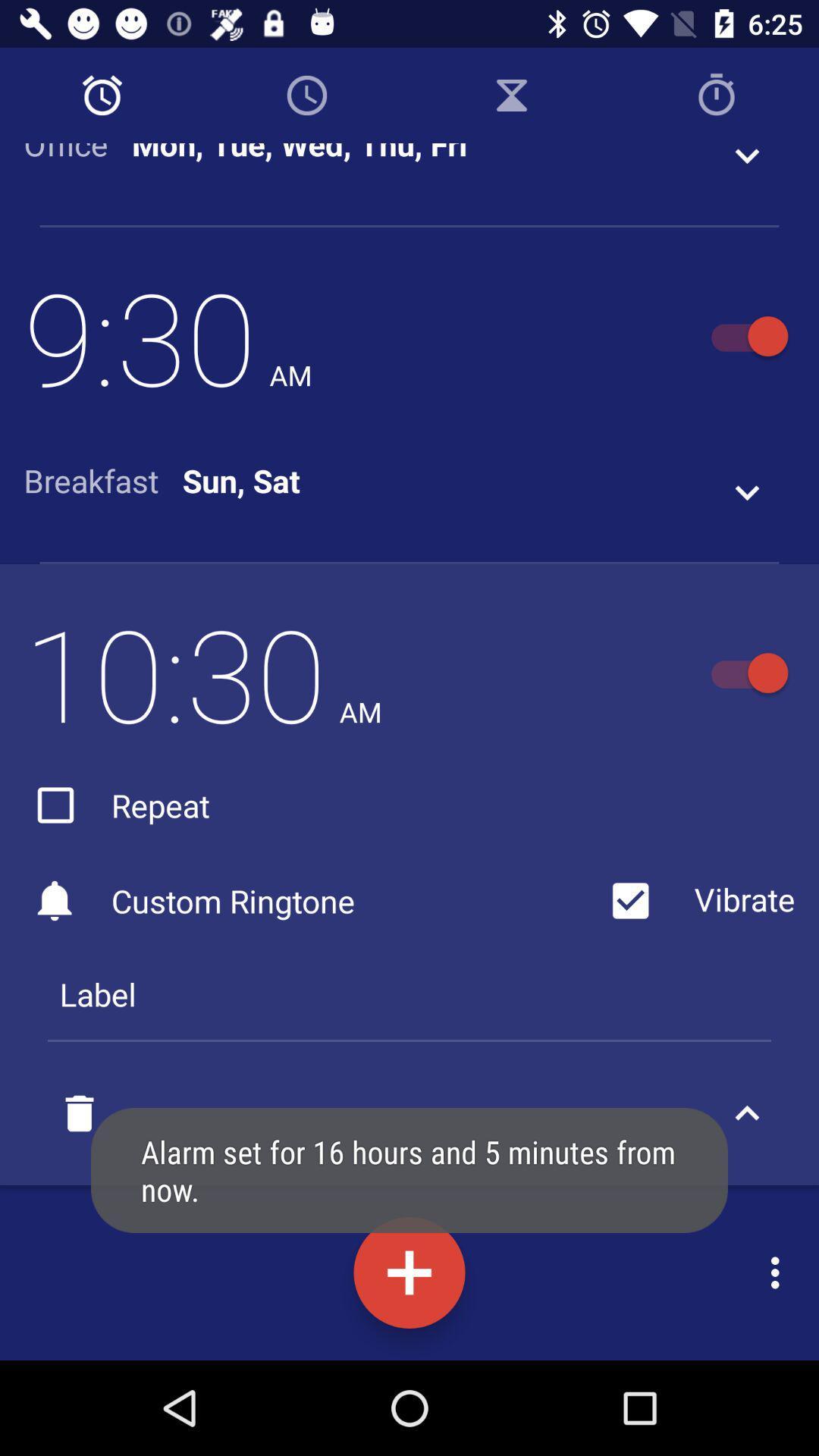  Describe the element at coordinates (310, 901) in the screenshot. I see `icon above label item` at that location.